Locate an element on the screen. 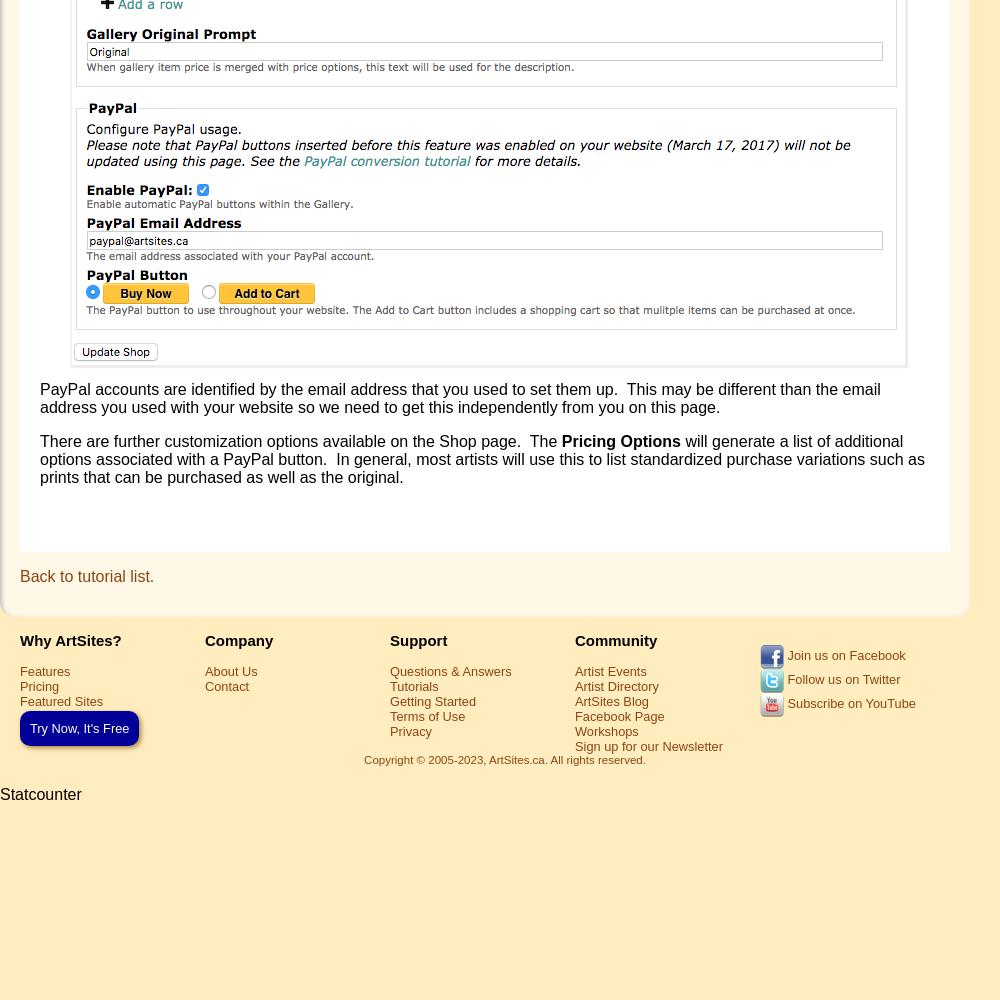 This screenshot has height=1000, width=1000. 'Pricing Options' is located at coordinates (619, 439).